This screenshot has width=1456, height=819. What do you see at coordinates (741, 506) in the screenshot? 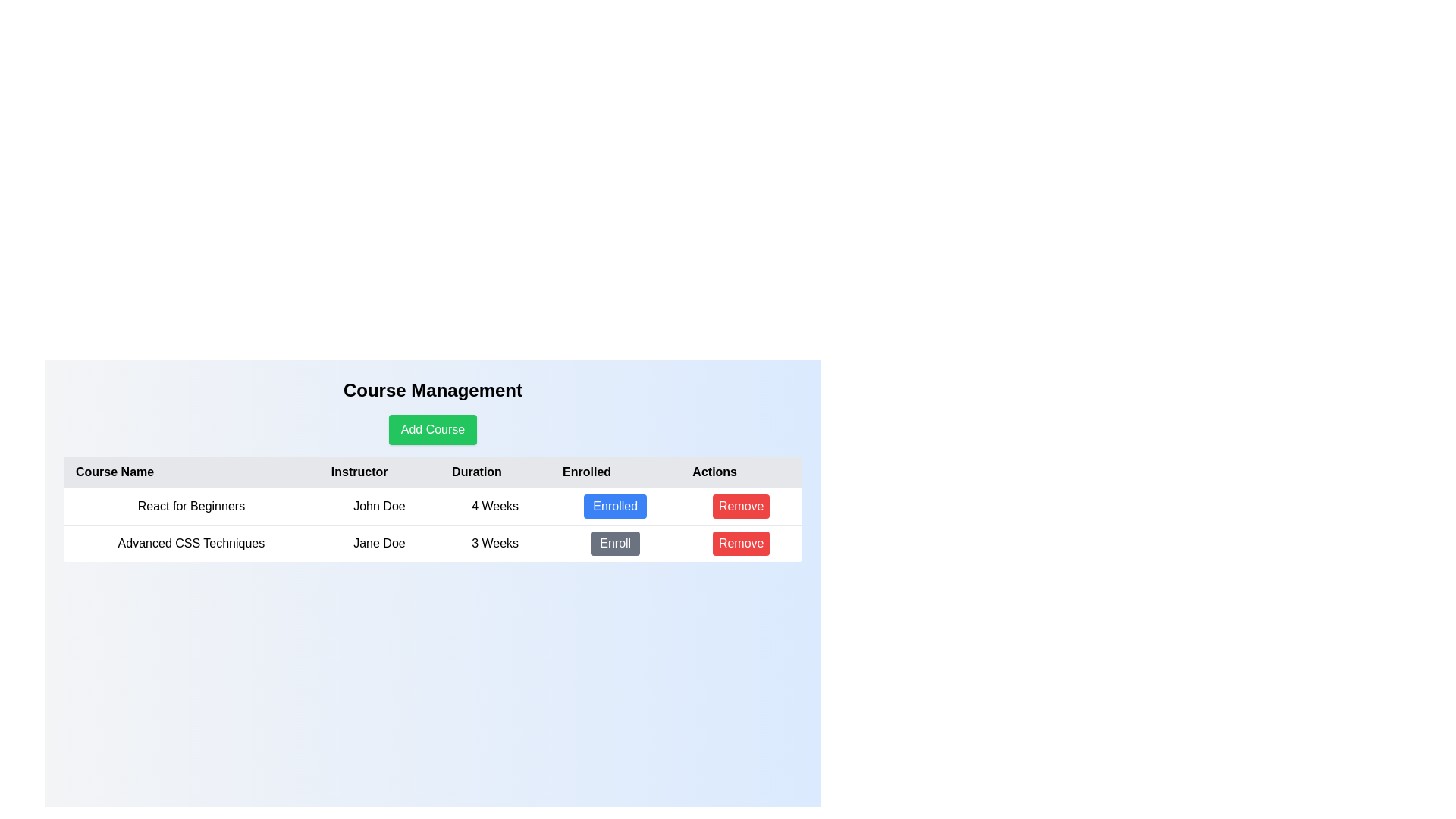
I see `the red 'Remove' button with white bold text that is located in the 'Actions' column of the second row in the table` at bounding box center [741, 506].